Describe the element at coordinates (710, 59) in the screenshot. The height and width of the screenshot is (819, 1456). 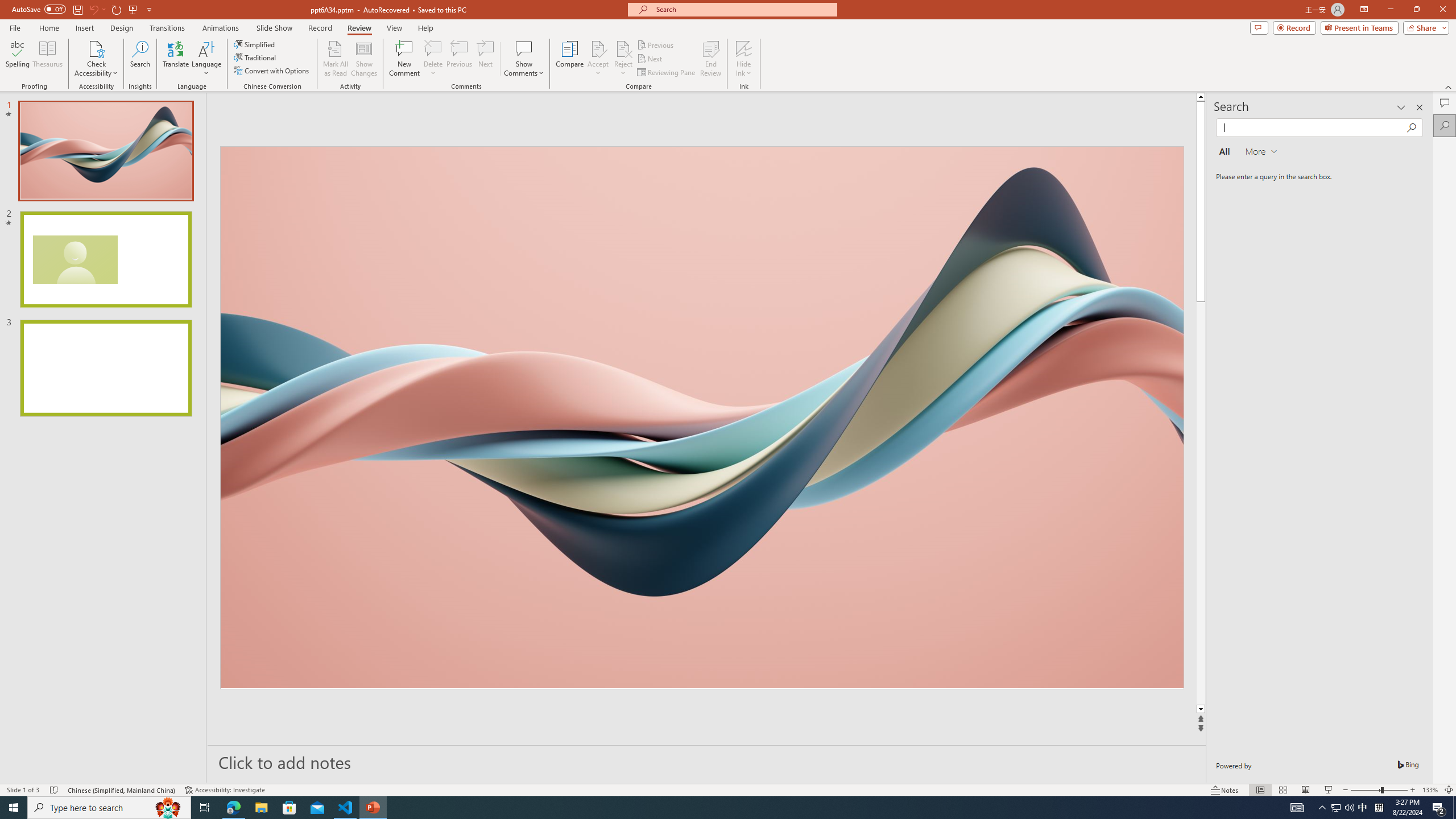
I see `'End Review'` at that location.